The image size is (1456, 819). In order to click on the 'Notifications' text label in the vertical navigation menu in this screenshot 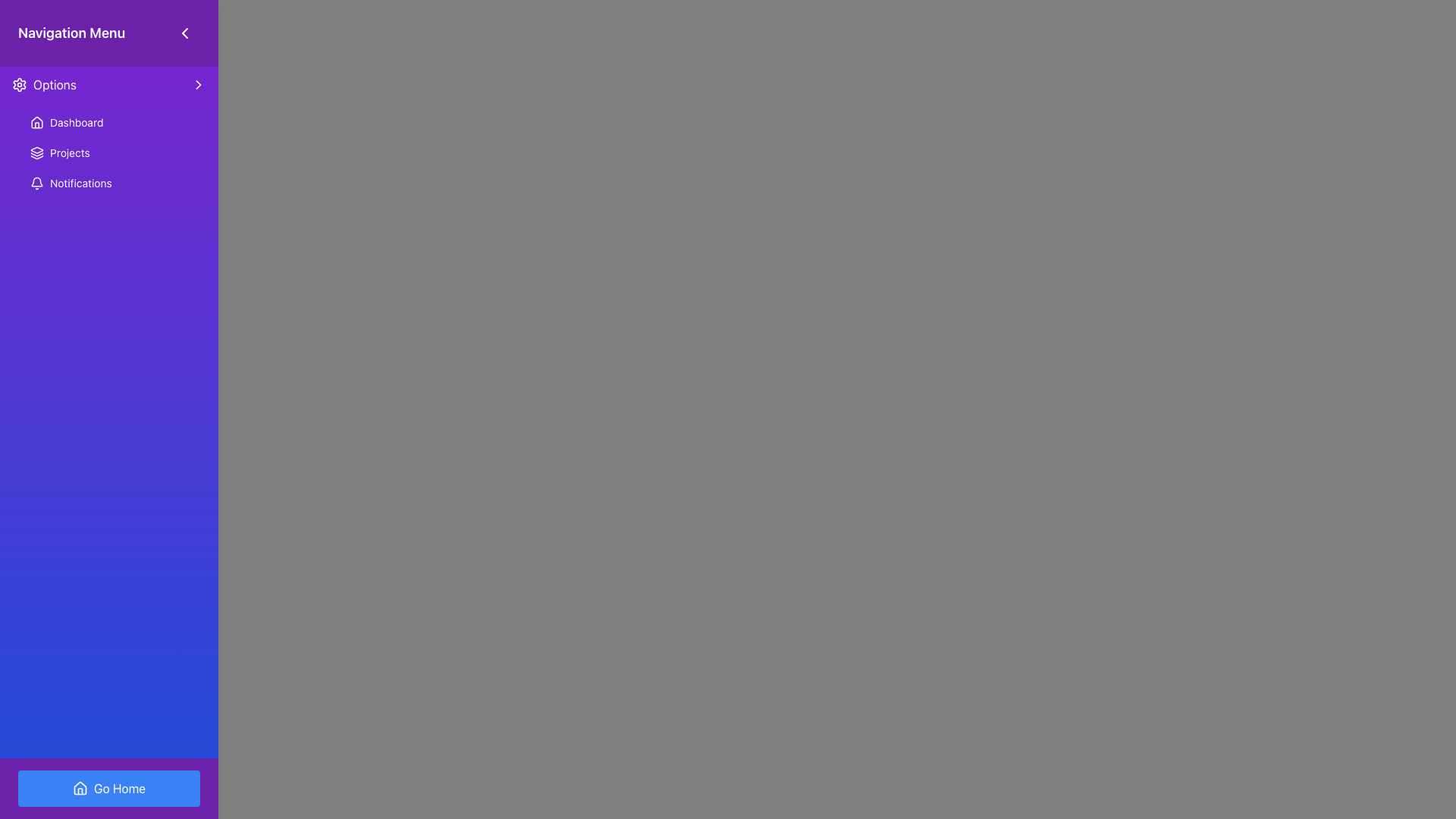, I will do `click(80, 183)`.